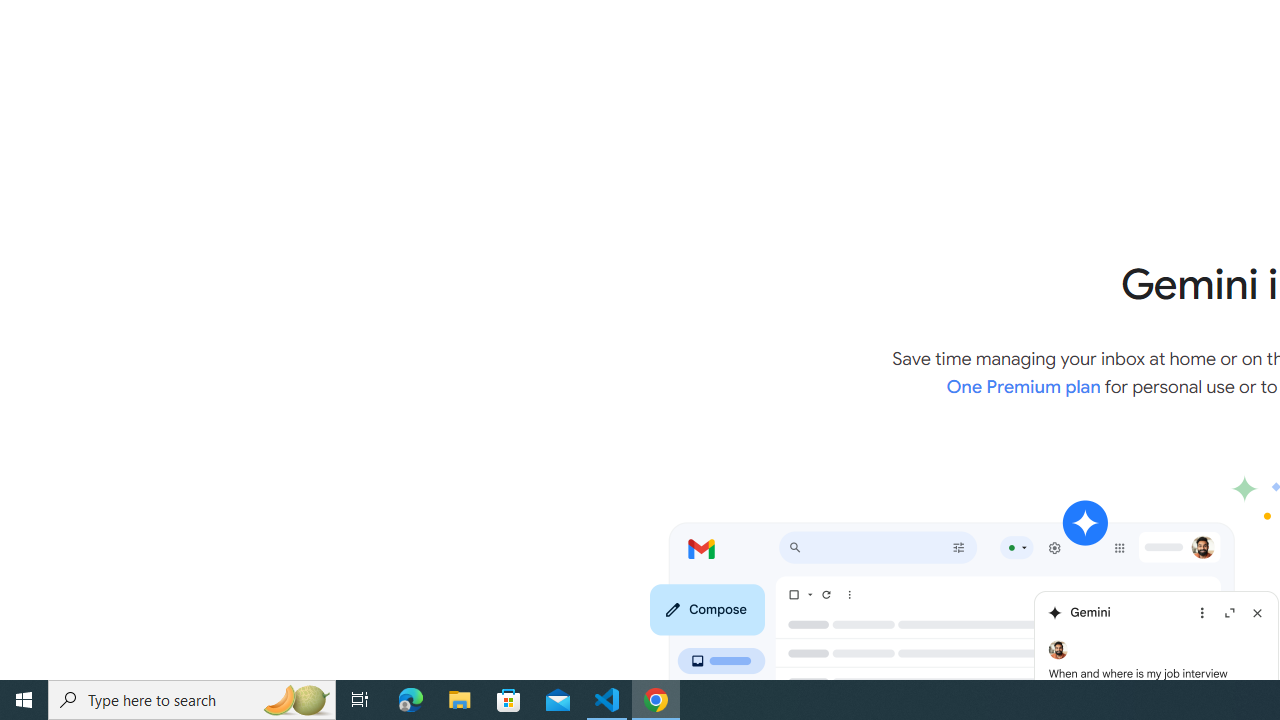 The width and height of the screenshot is (1280, 720). What do you see at coordinates (656, 698) in the screenshot?
I see `'Google Chrome - 1 running window'` at bounding box center [656, 698].